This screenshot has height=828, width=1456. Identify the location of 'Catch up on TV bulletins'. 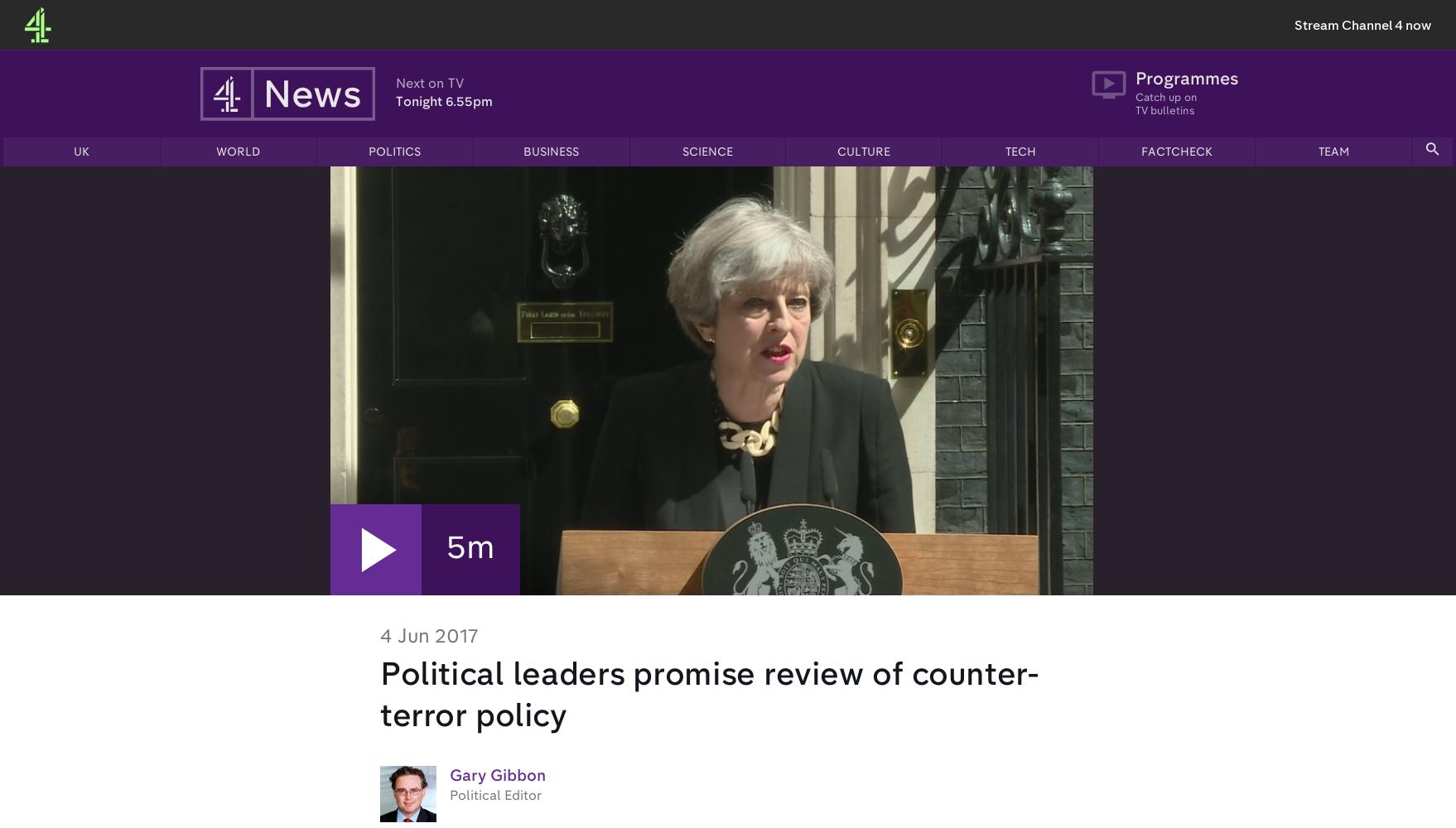
(1134, 104).